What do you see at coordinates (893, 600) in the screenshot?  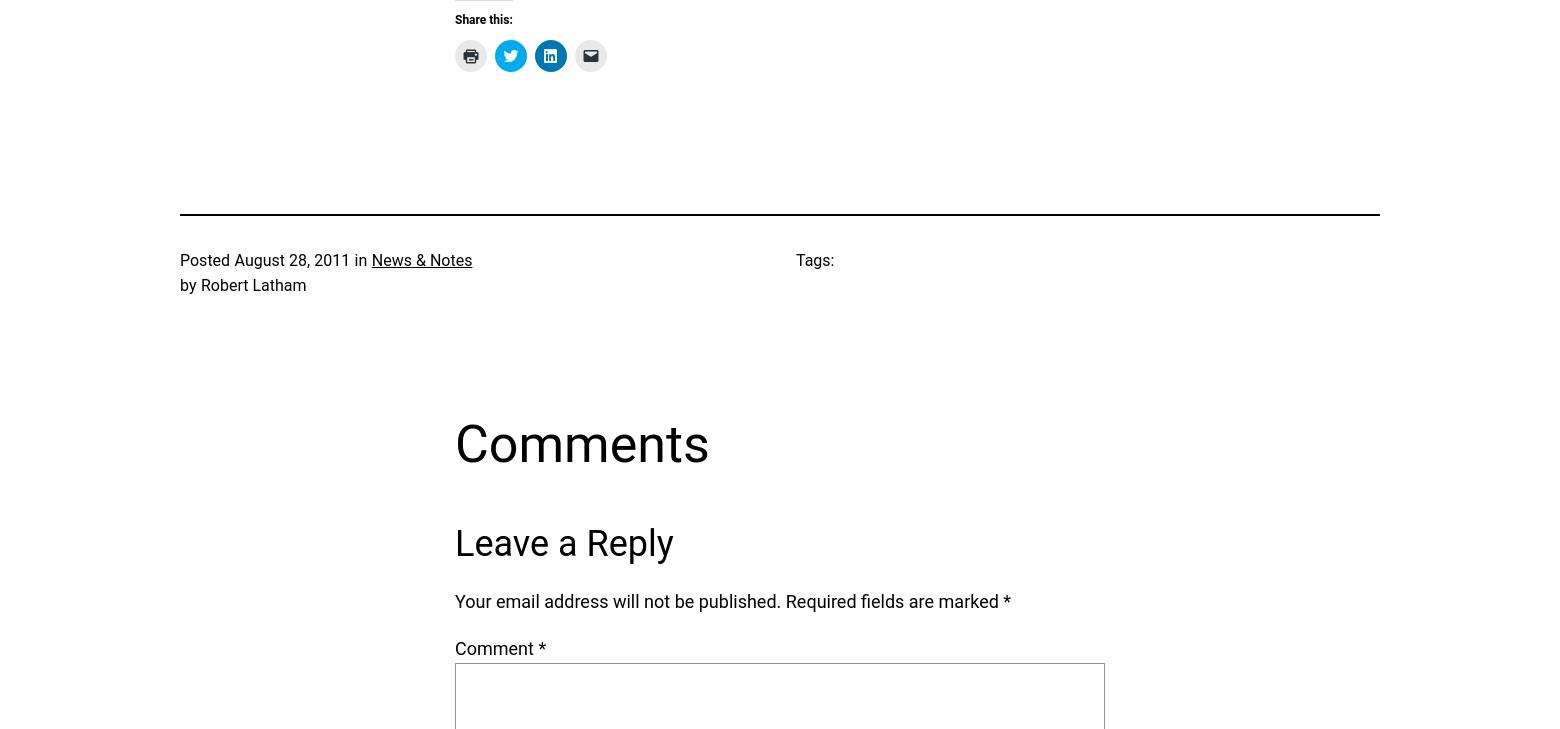 I see `'Required fields are marked'` at bounding box center [893, 600].